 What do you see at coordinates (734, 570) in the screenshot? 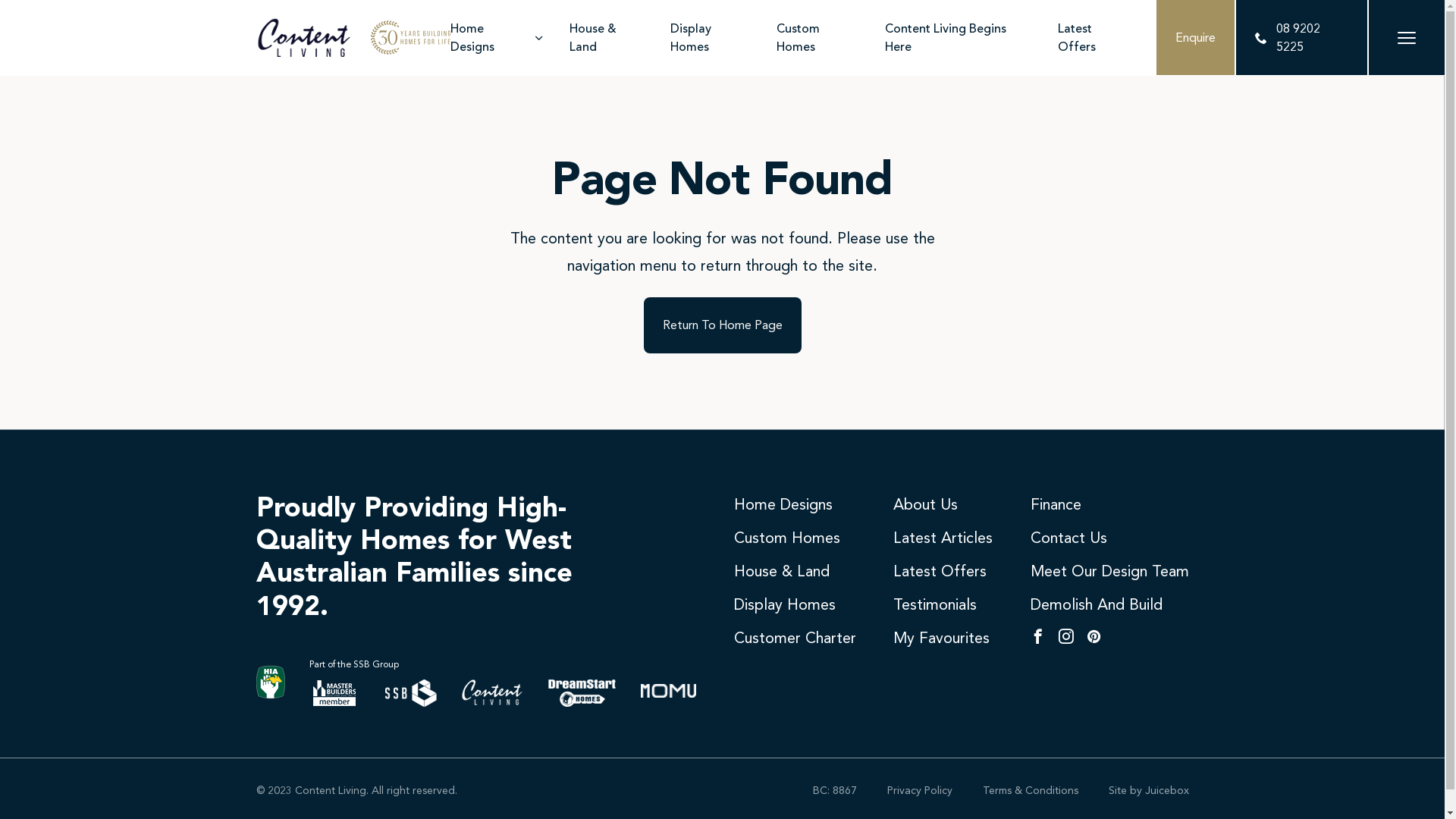
I see `'House & Land'` at bounding box center [734, 570].